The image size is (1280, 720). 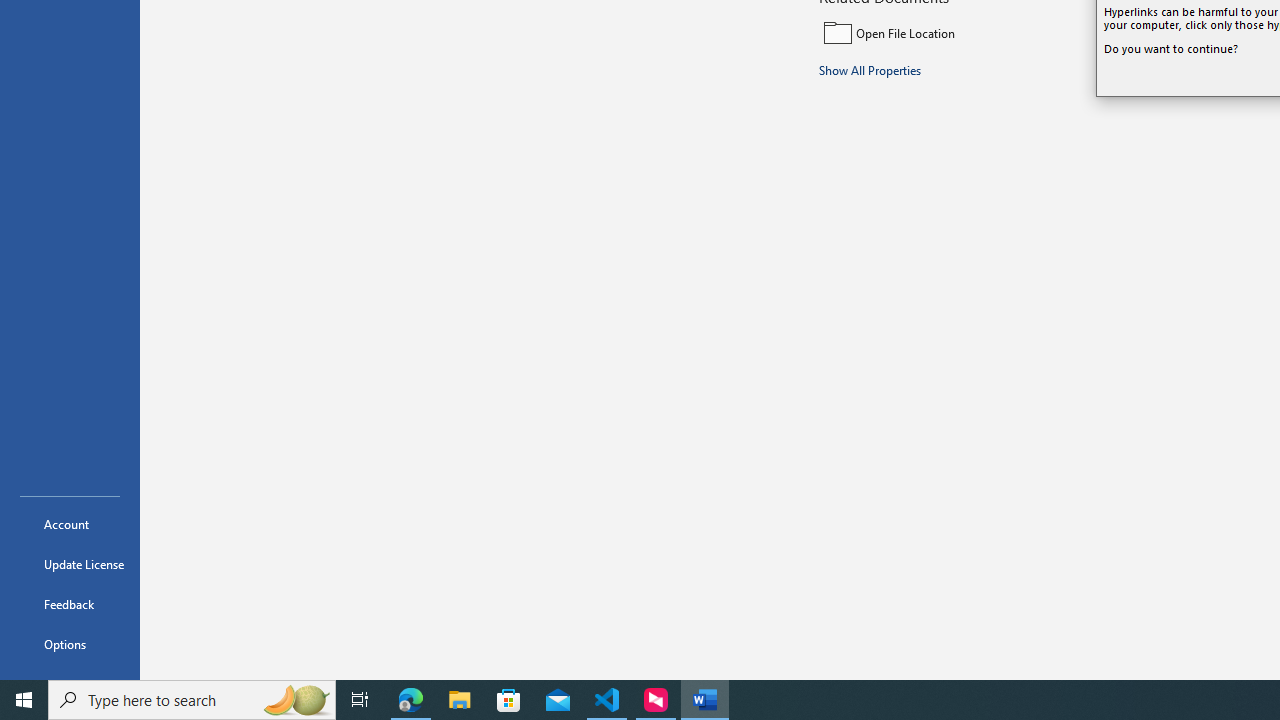 What do you see at coordinates (410, 698) in the screenshot?
I see `'Microsoft Edge - 1 running window'` at bounding box center [410, 698].